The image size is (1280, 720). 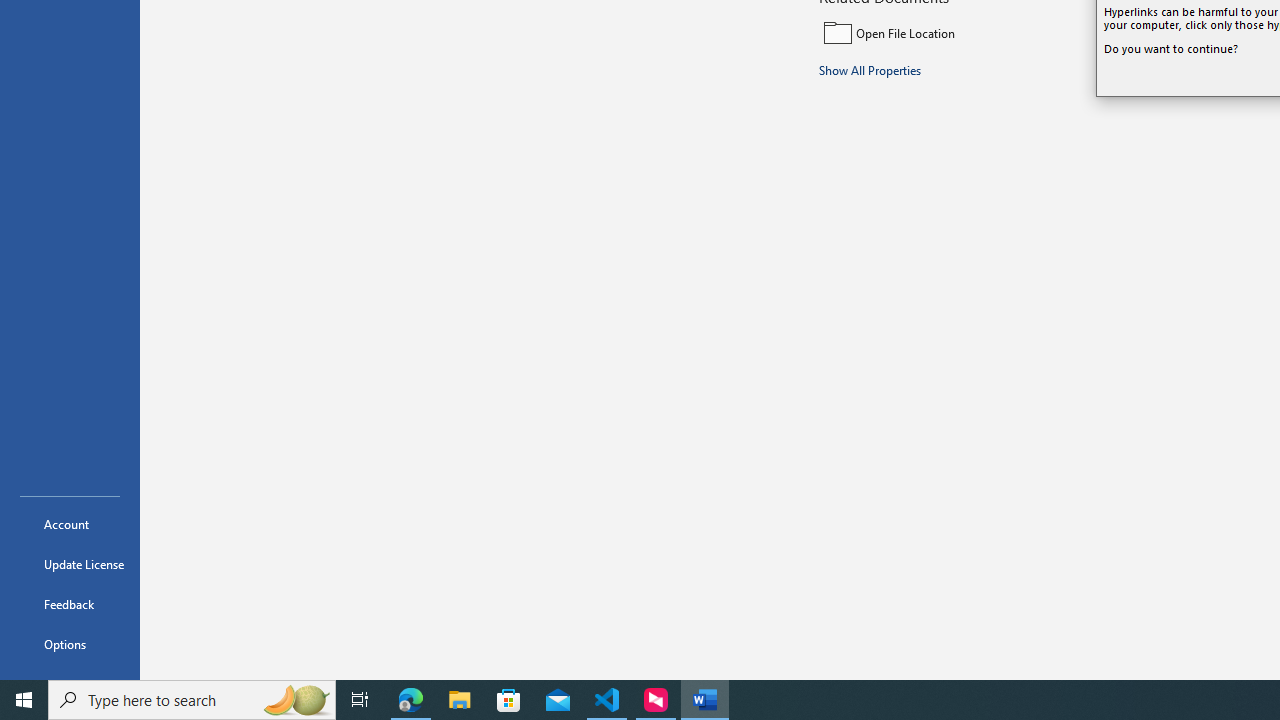 What do you see at coordinates (410, 698) in the screenshot?
I see `'Microsoft Edge - 1 running window'` at bounding box center [410, 698].